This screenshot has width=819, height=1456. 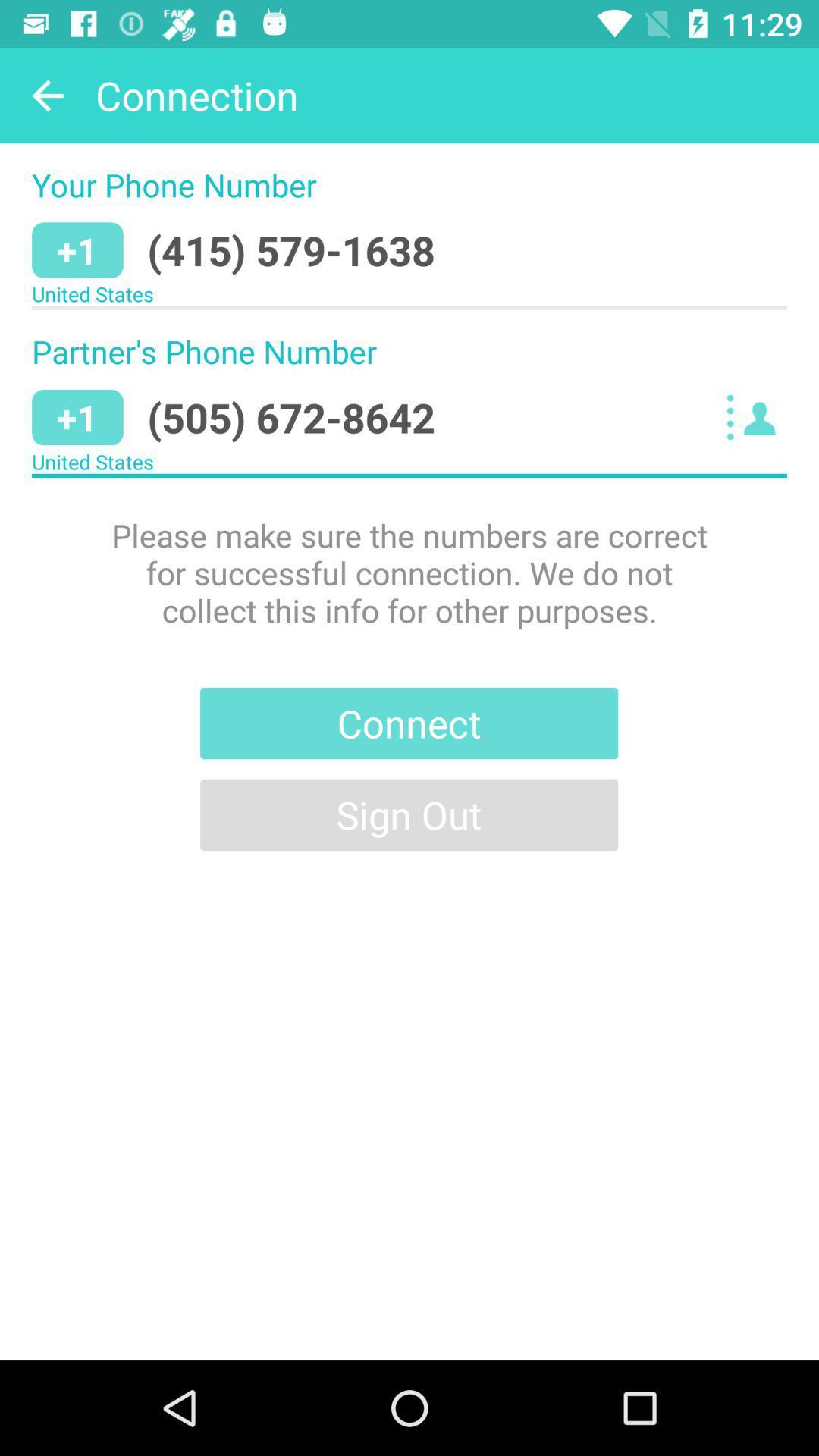 I want to click on icon to the right of (505) 672-8642 icon, so click(x=755, y=417).